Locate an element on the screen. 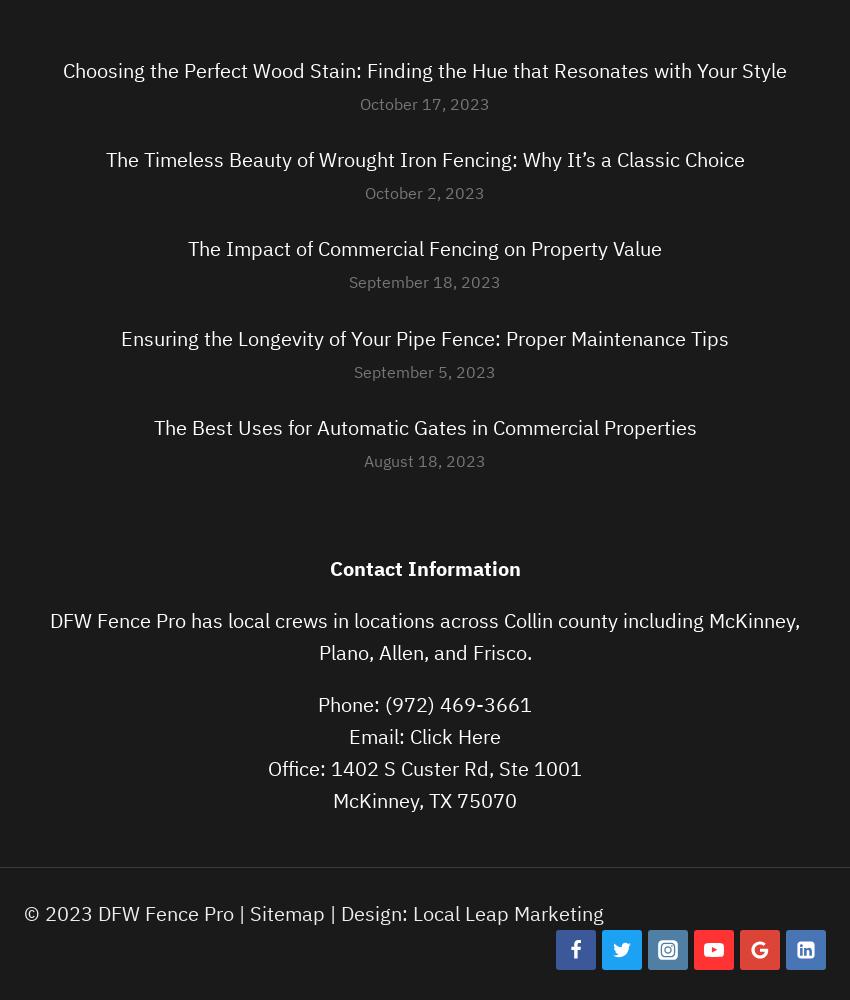  'Office: 1402 S Custer Rd, Ste 1001' is located at coordinates (425, 768).